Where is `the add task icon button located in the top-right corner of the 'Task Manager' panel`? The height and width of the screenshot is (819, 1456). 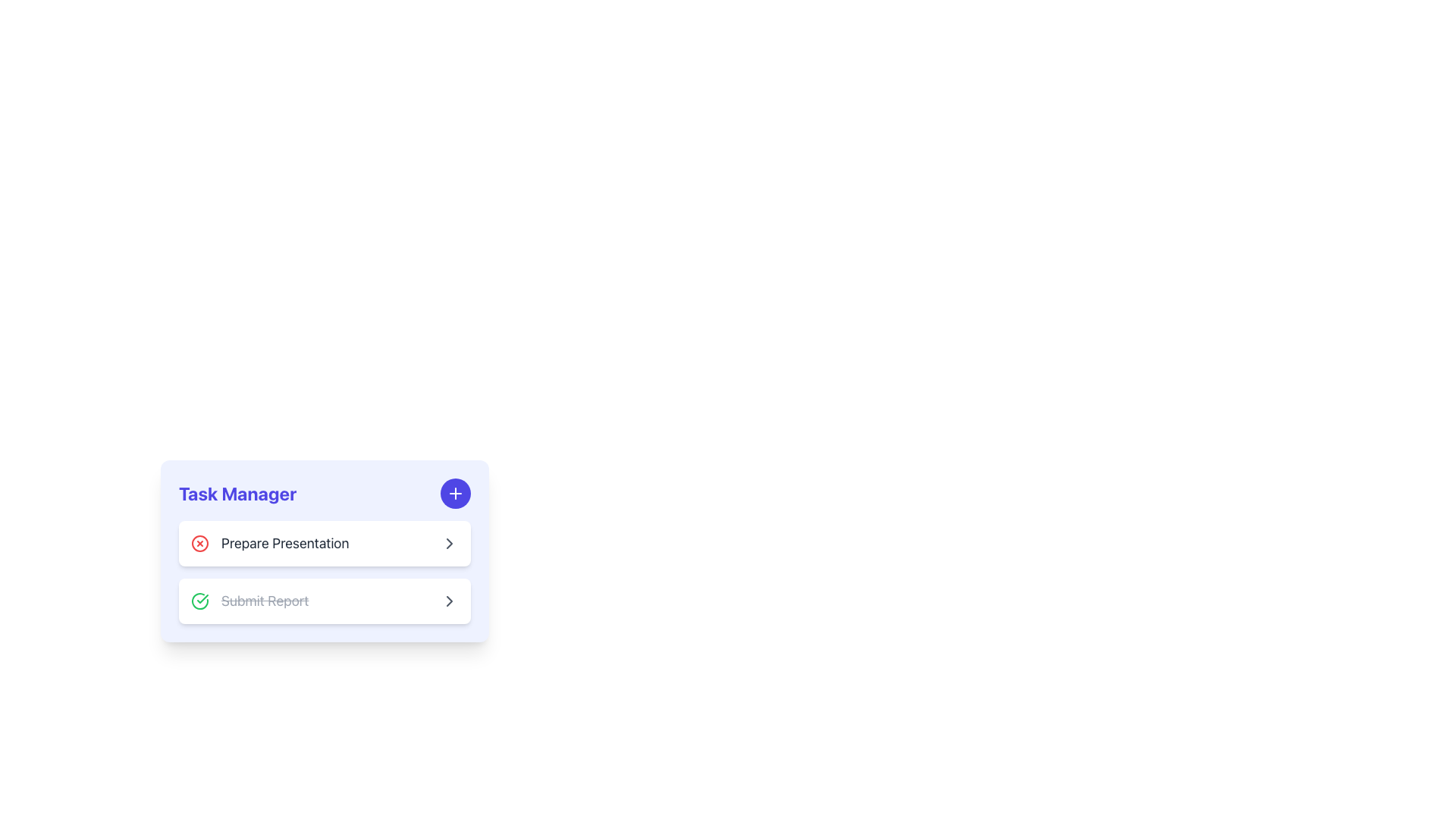 the add task icon button located in the top-right corner of the 'Task Manager' panel is located at coordinates (454, 494).